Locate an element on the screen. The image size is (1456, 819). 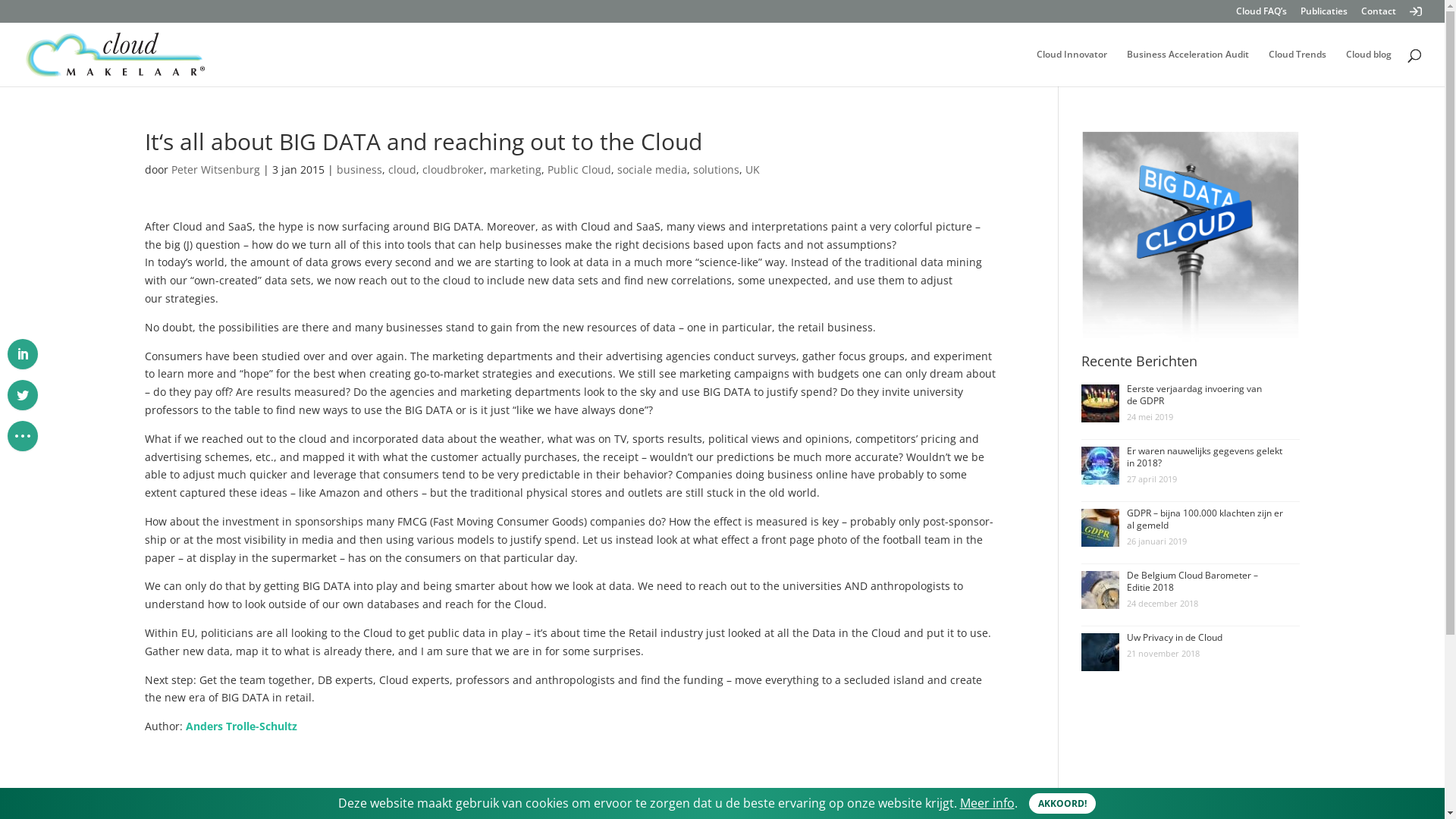
'UK' is located at coordinates (752, 169).